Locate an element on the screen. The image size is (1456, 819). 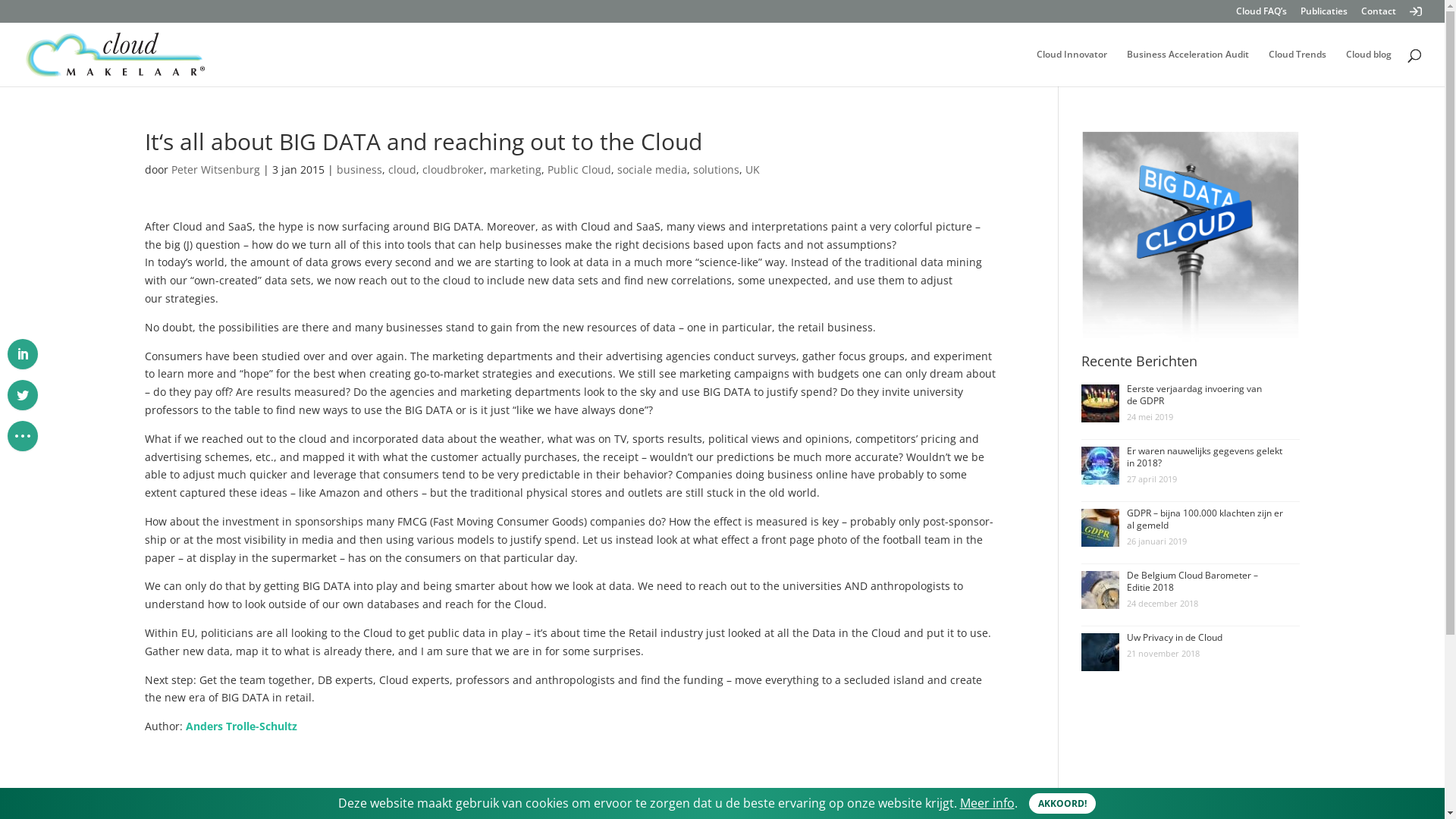
'UK' is located at coordinates (752, 169).